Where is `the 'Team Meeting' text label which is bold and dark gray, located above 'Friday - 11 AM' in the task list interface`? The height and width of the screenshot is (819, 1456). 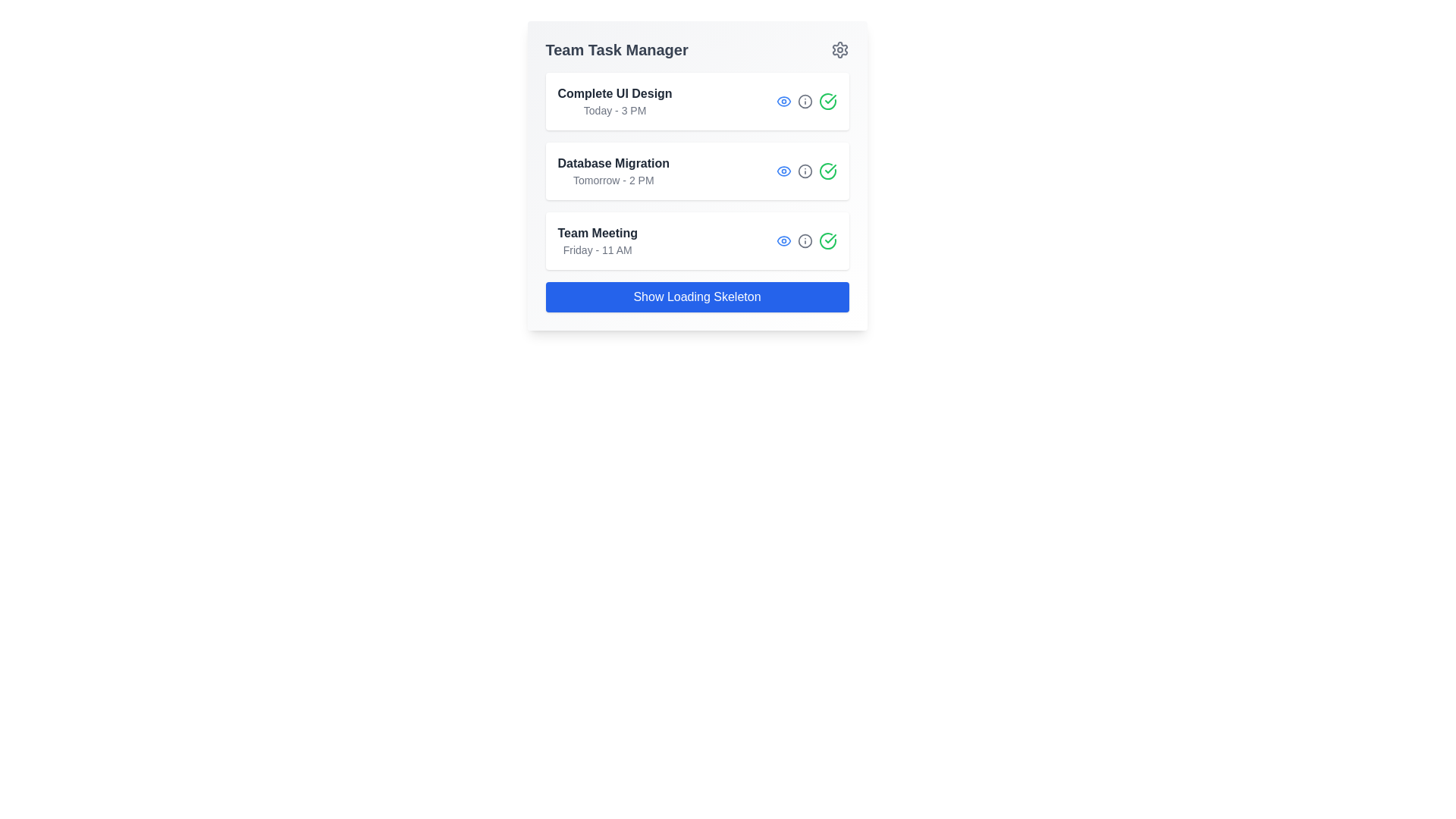 the 'Team Meeting' text label which is bold and dark gray, located above 'Friday - 11 AM' in the task list interface is located at coordinates (597, 234).